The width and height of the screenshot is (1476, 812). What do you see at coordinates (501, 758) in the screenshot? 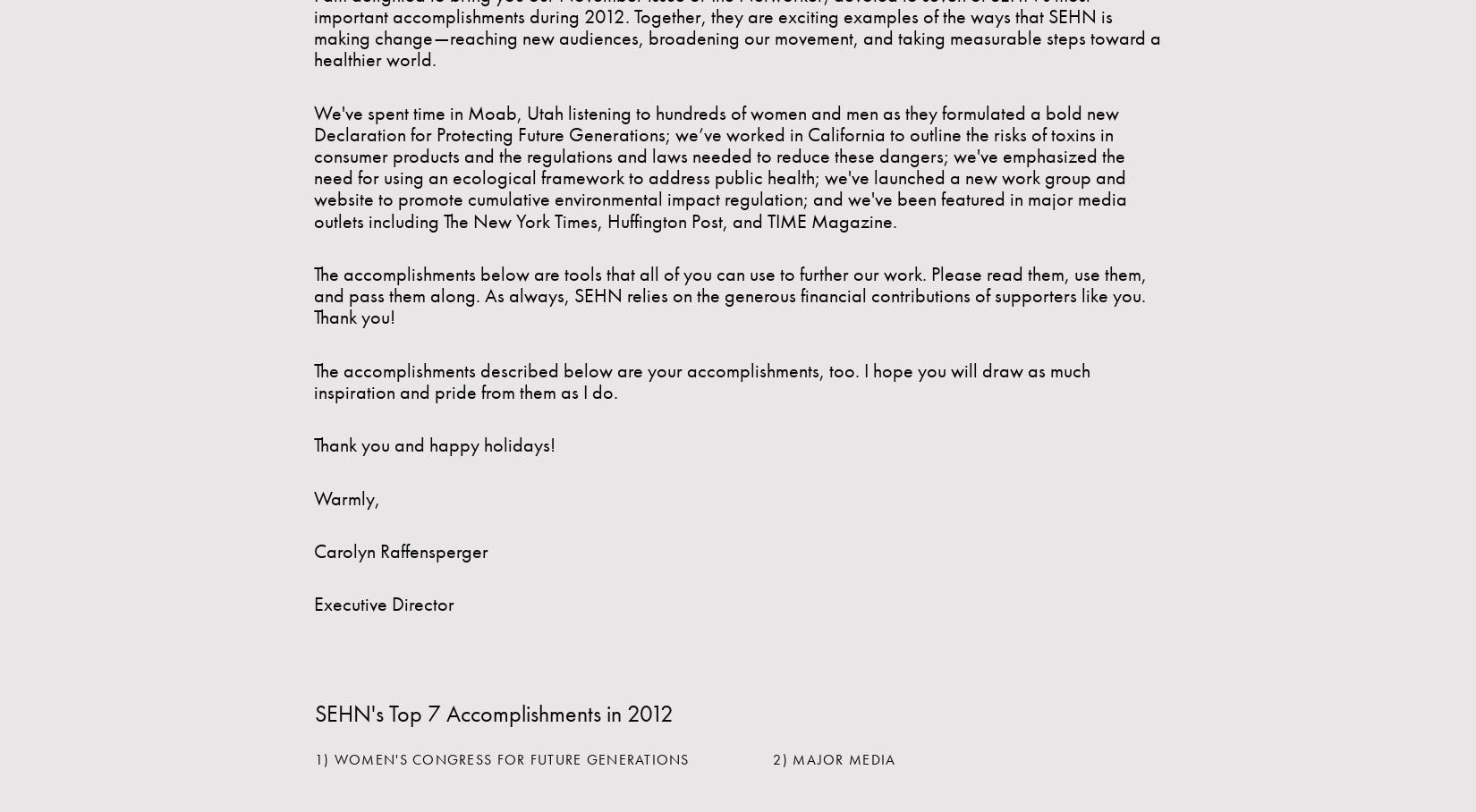
I see `'1) Women's Congress for Future Generations'` at bounding box center [501, 758].